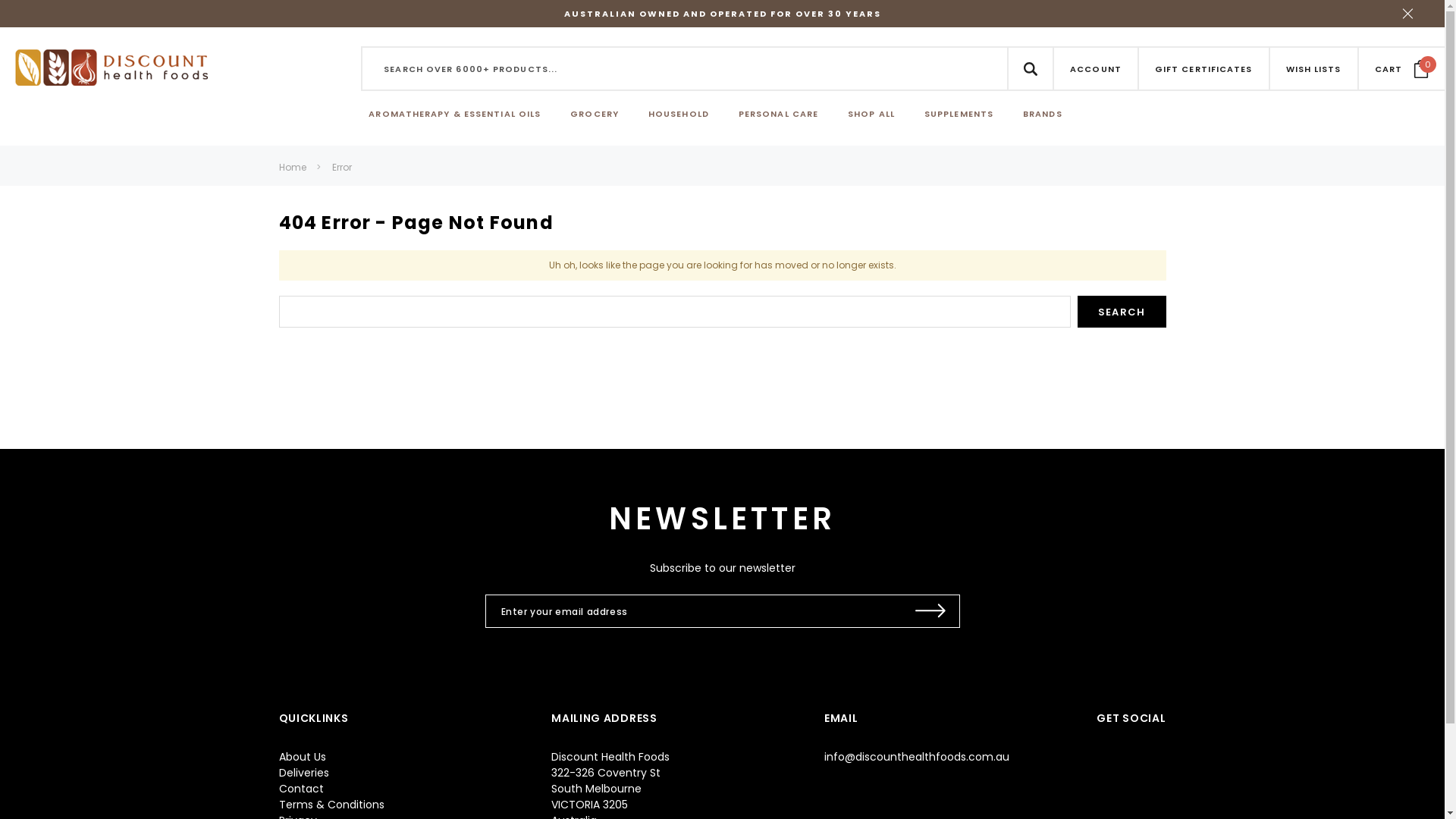  I want to click on 'HOUSEHOLD', so click(648, 113).